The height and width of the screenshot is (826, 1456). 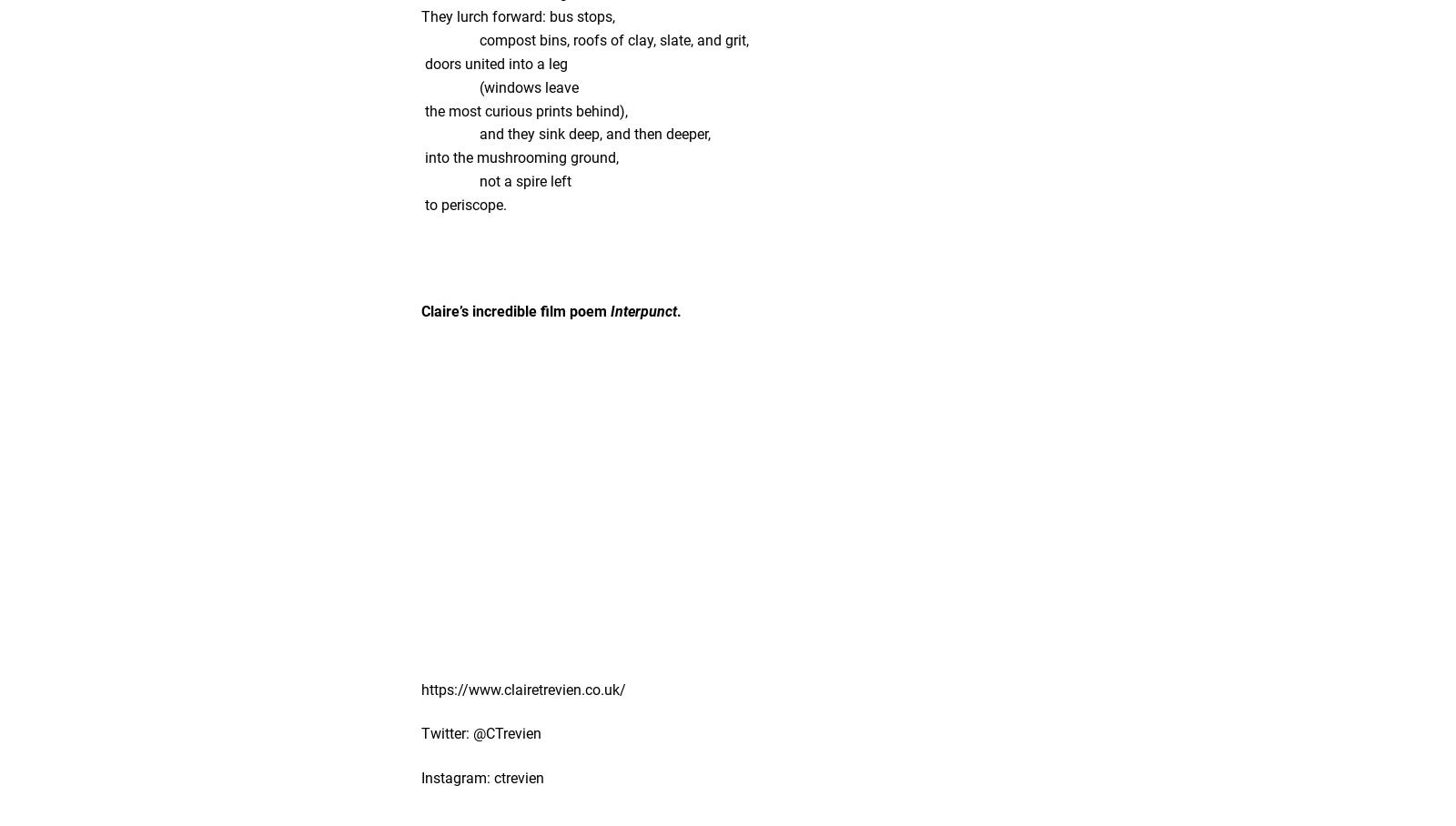 What do you see at coordinates (420, 181) in the screenshot?
I see `'not a spire left'` at bounding box center [420, 181].